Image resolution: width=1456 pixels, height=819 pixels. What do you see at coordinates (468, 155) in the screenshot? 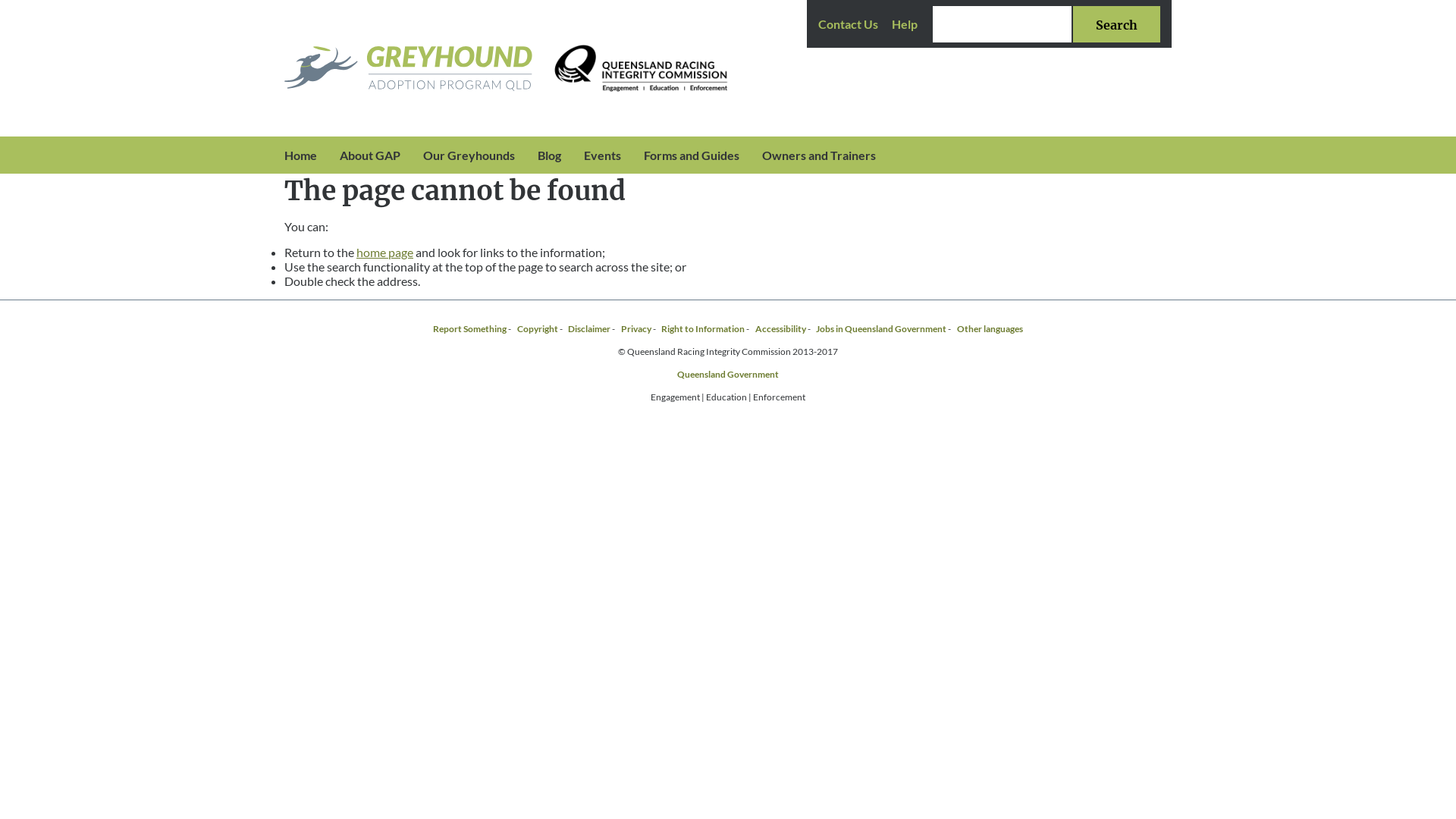
I see `'Our Greyhounds'` at bounding box center [468, 155].